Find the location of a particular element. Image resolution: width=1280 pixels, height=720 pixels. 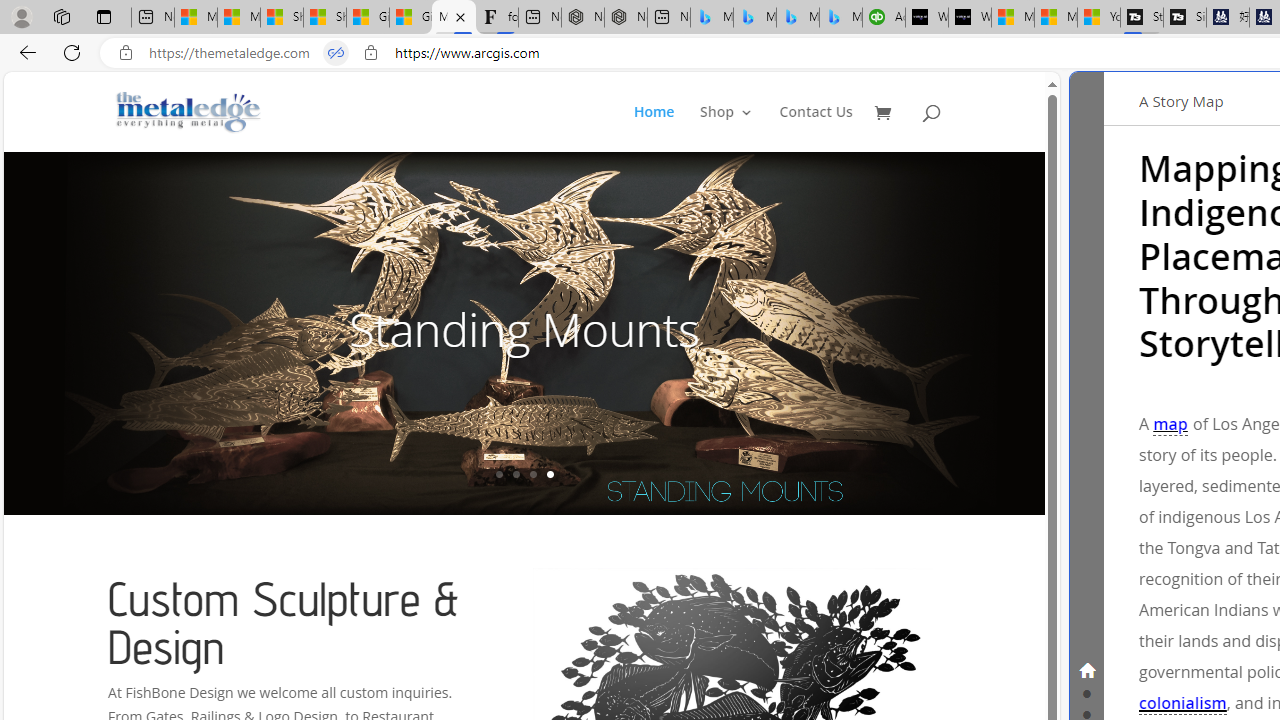

'Metal Fish Sculptures & Metal Designs' is located at coordinates (189, 111).